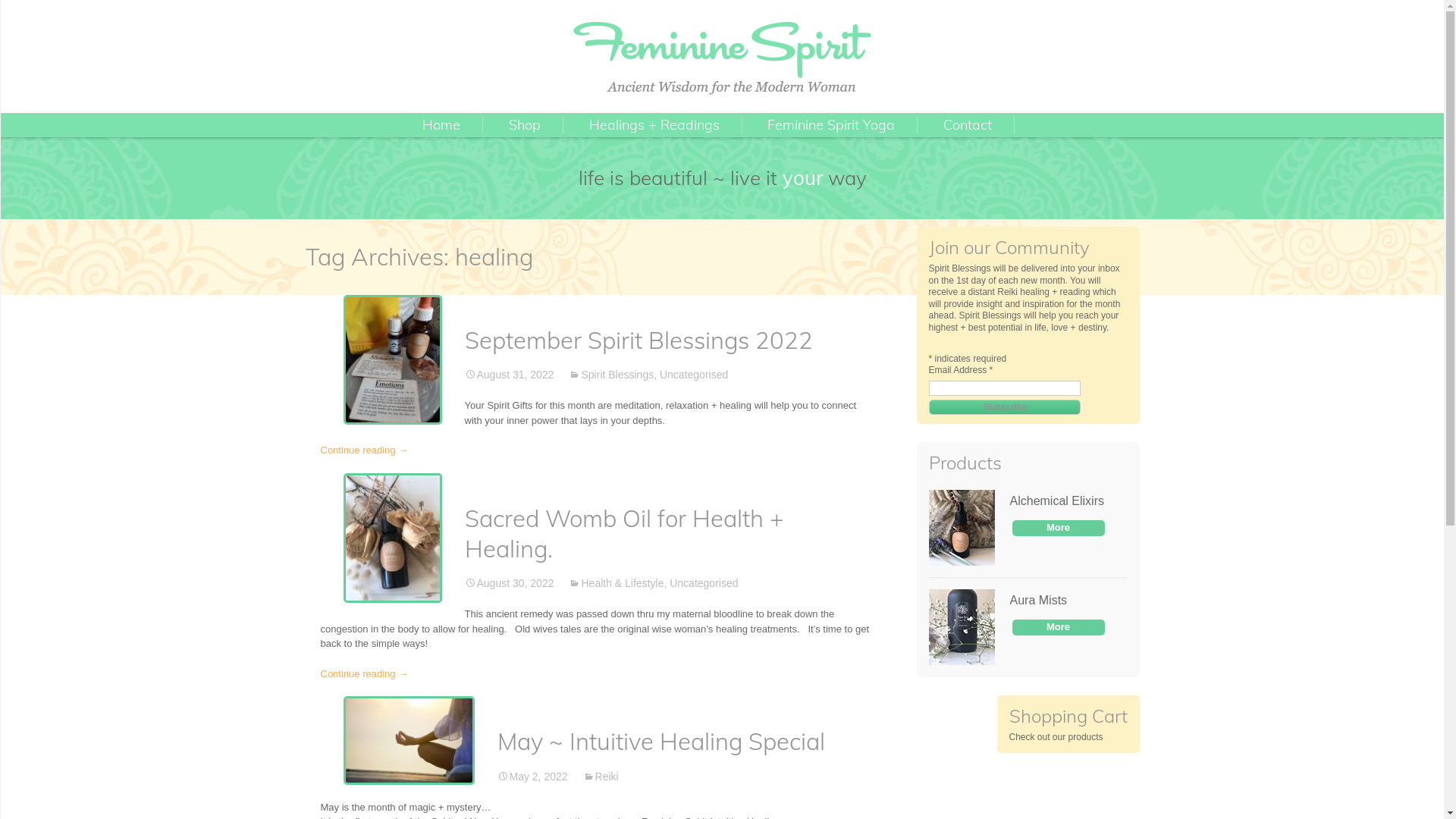 This screenshot has height=819, width=1456. I want to click on 'August 31, 2022', so click(509, 374).